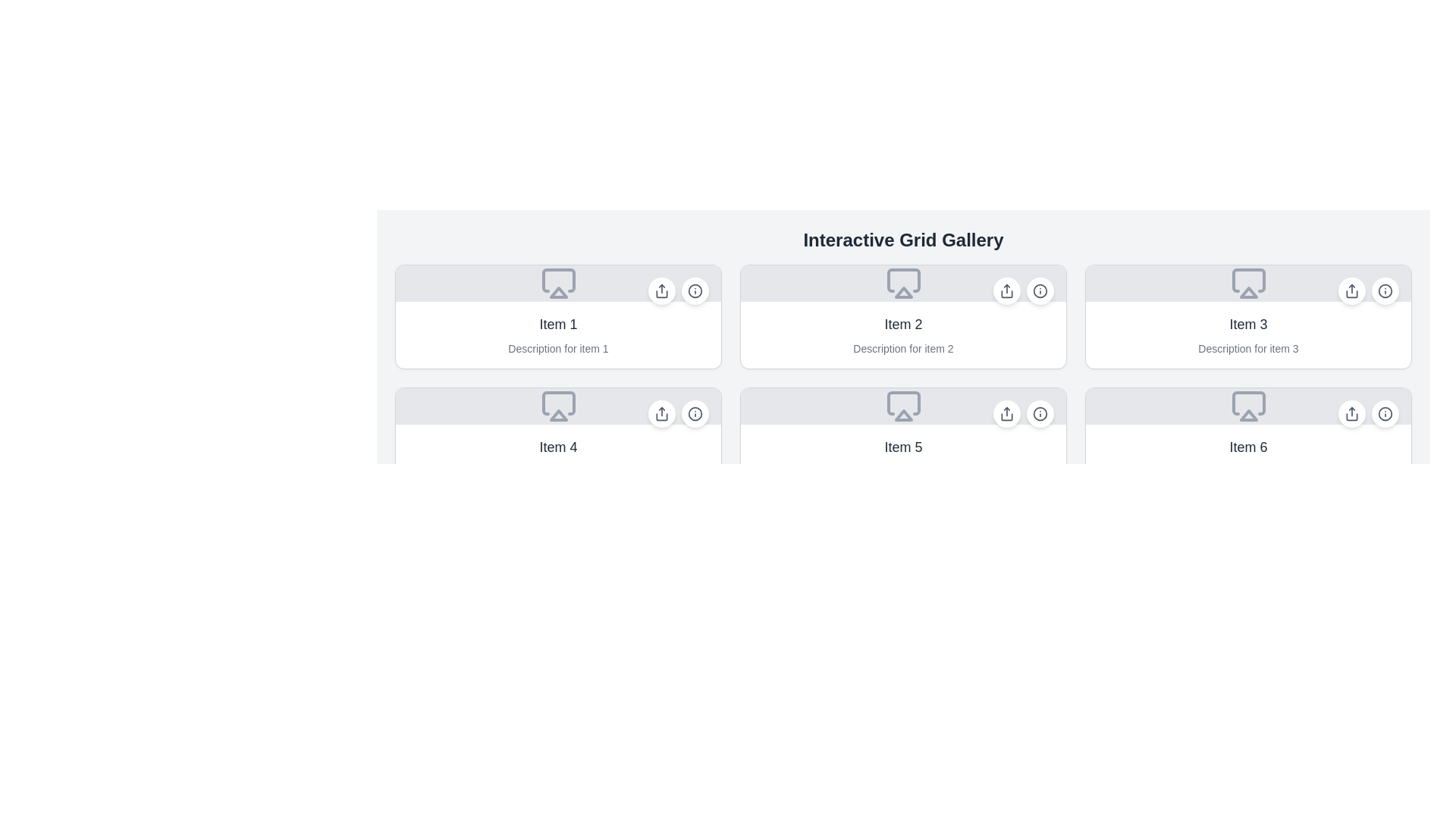 The image size is (1456, 819). I want to click on the text area displaying the title 'Item 6' in bold and the description 'Description for item 6' in smaller gray font, located in the sixth position of the grid layout, so click(1248, 457).